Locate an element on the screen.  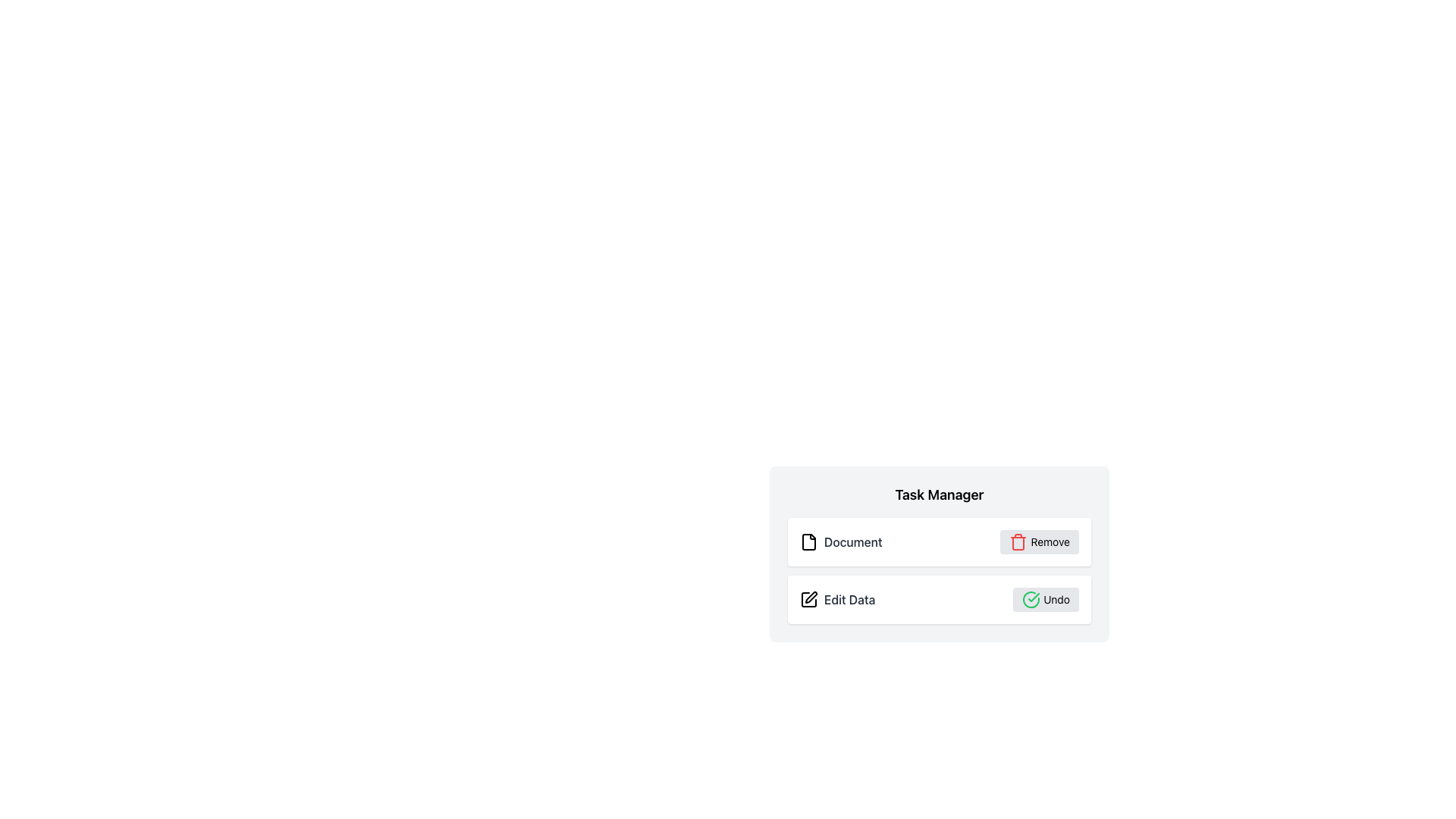
the text label 'Remove' which is displayed in a sans-serif font next to a red trash can icon in the 'Task Manager' section is located at coordinates (1050, 541).